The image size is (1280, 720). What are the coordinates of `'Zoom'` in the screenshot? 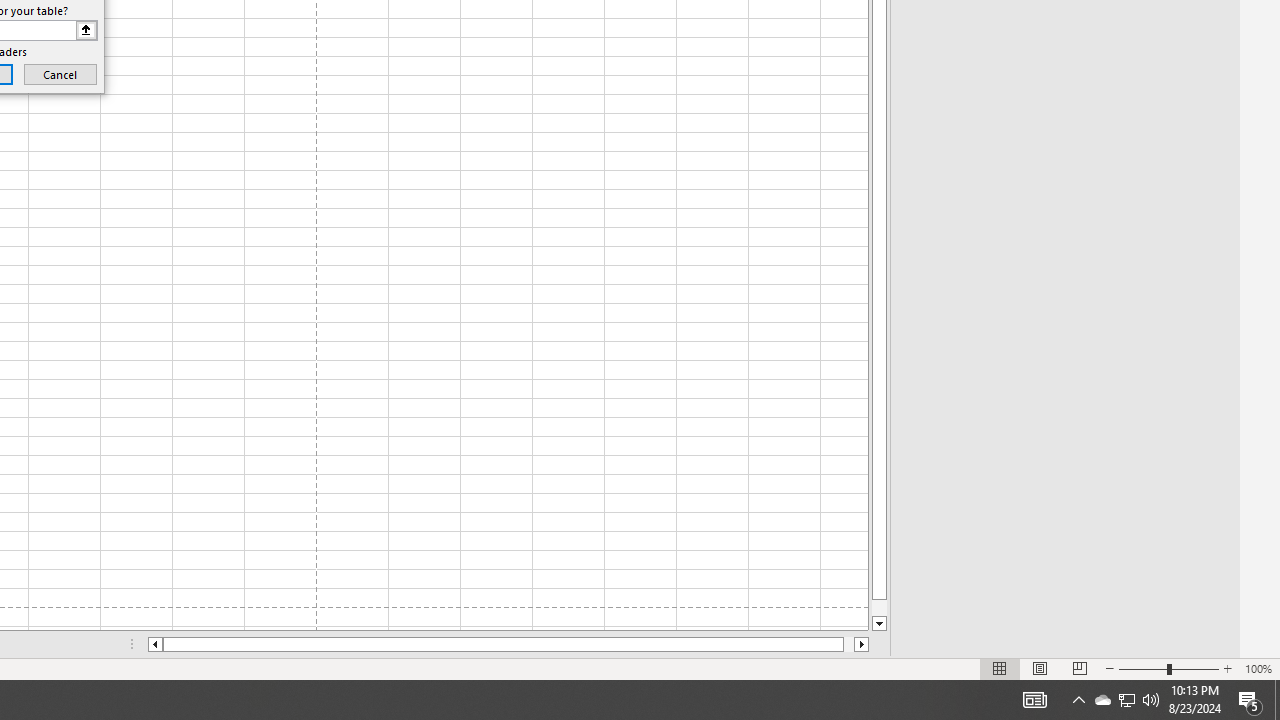 It's located at (1168, 669).